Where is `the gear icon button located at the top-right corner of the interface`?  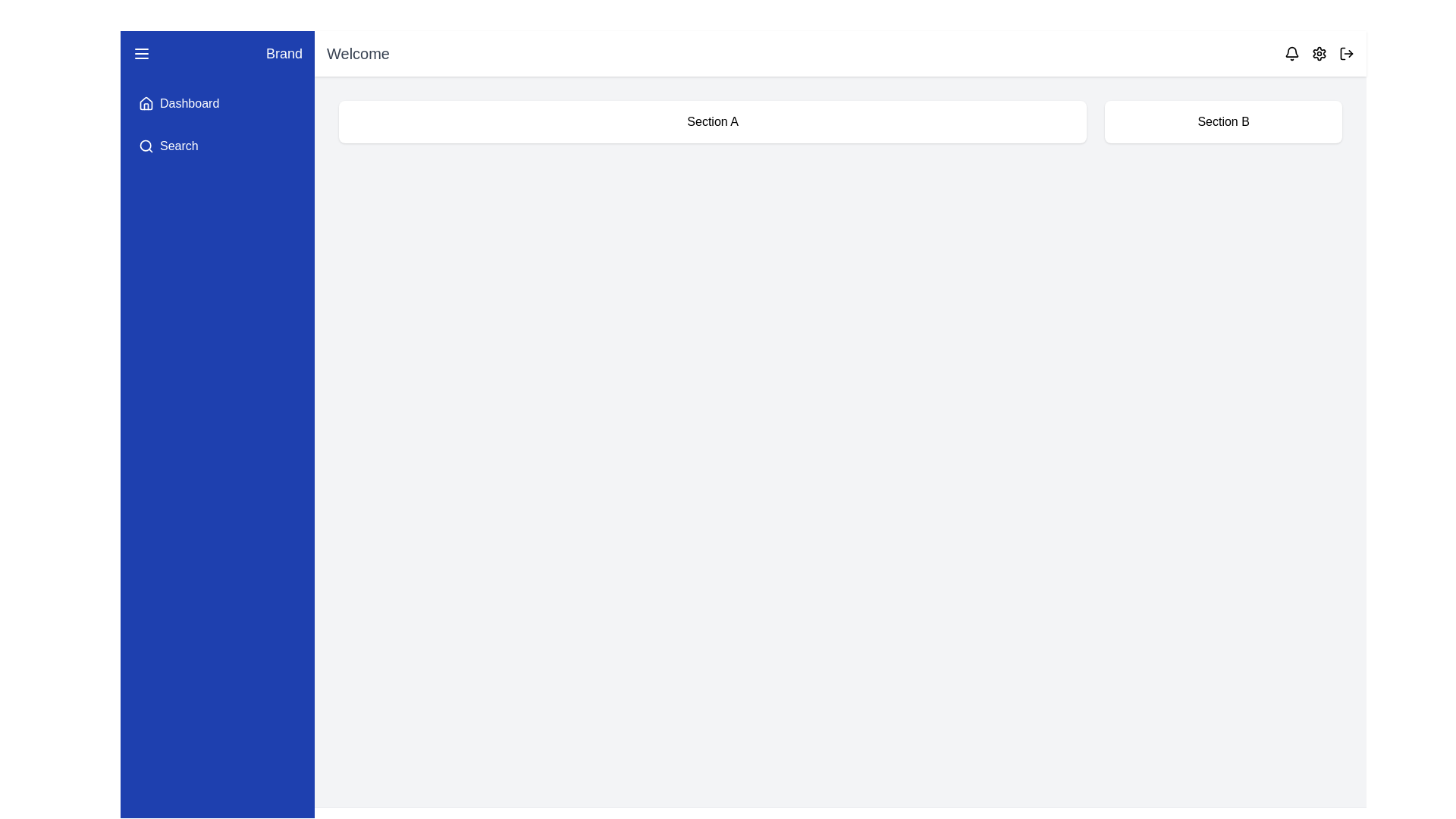 the gear icon button located at the top-right corner of the interface is located at coordinates (1318, 52).